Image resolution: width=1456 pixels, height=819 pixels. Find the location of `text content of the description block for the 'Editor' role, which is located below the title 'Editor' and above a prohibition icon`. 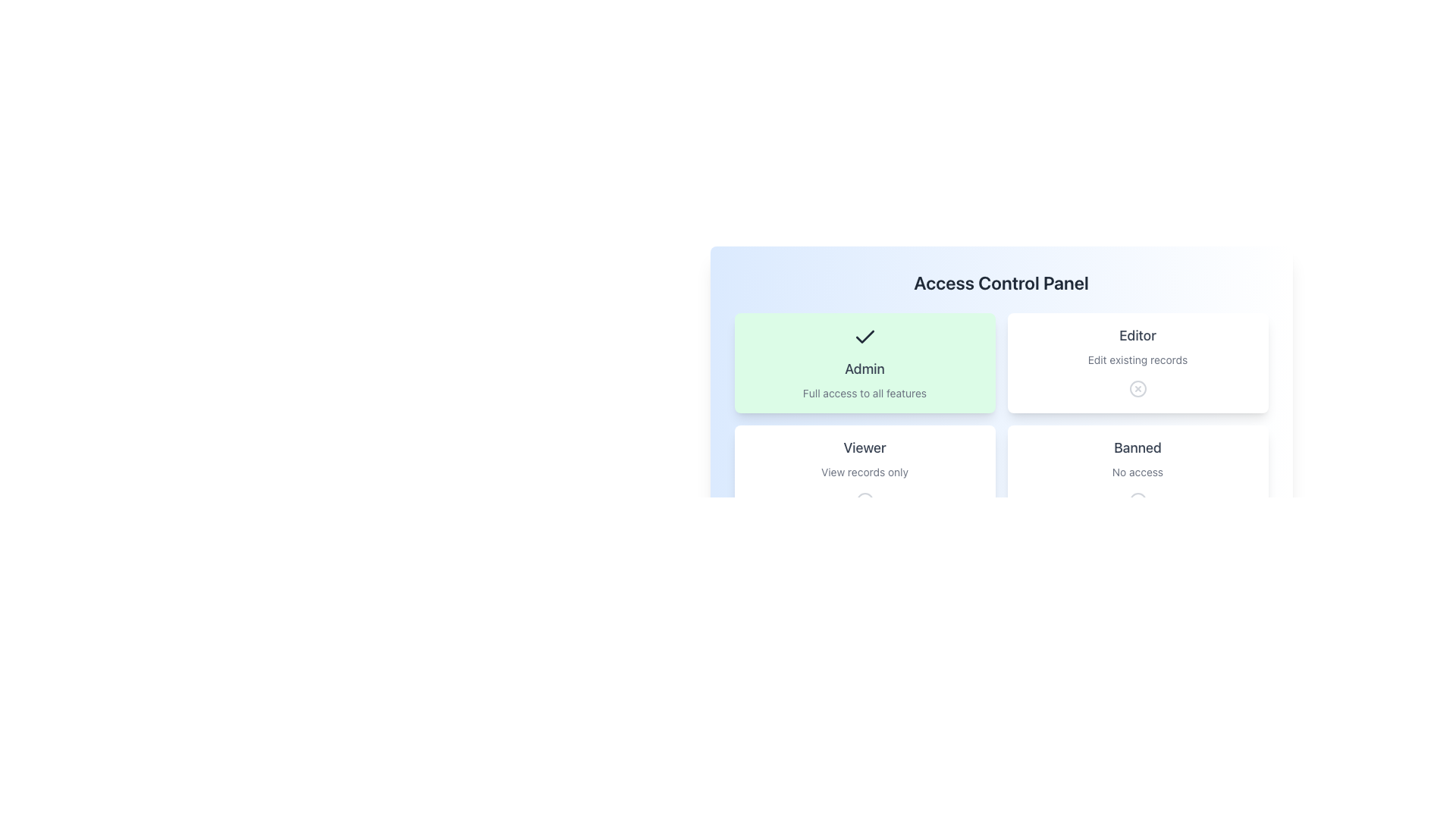

text content of the description block for the 'Editor' role, which is located below the title 'Editor' and above a prohibition icon is located at coordinates (1137, 359).